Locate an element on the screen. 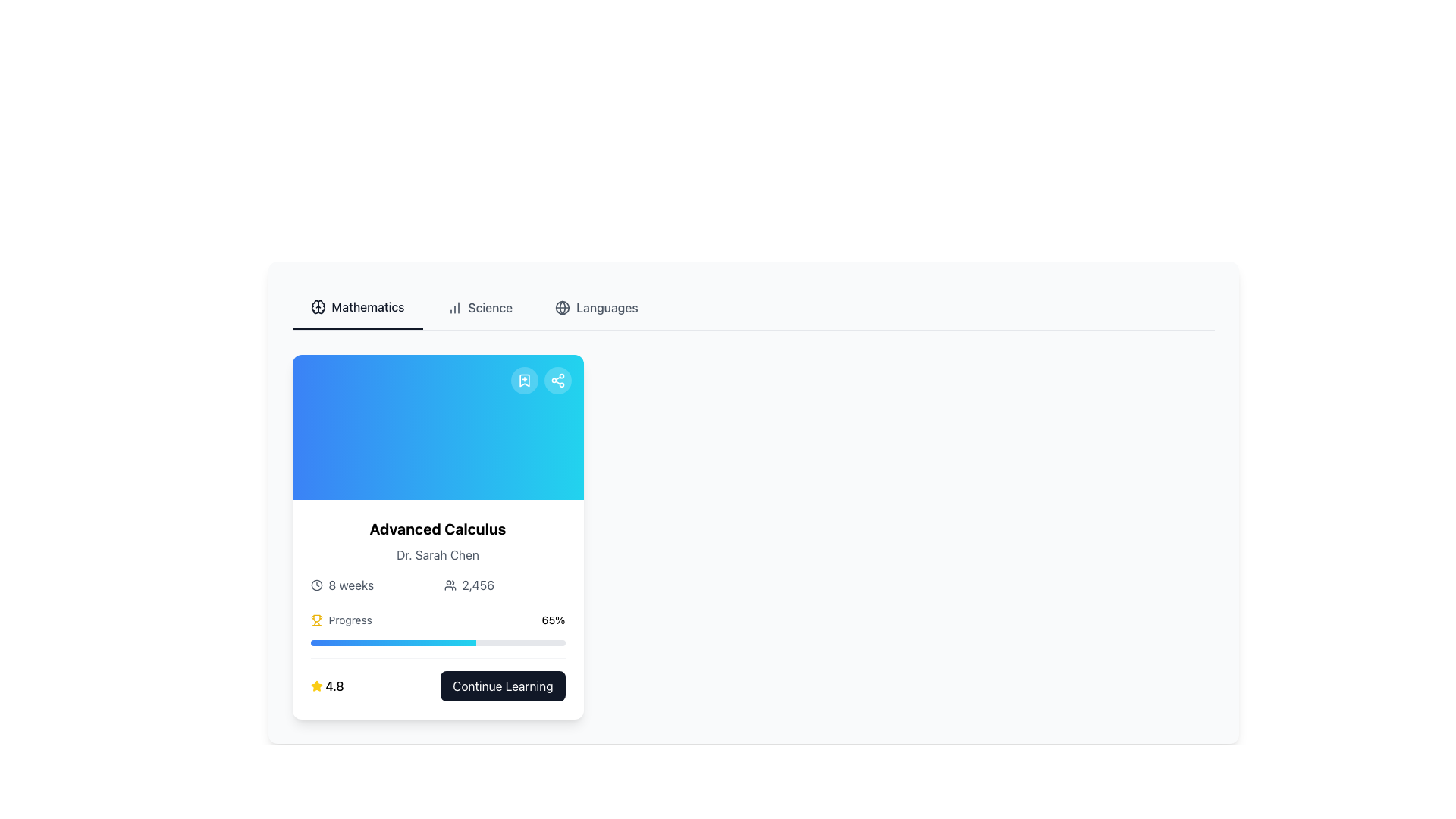 Image resolution: width=1456 pixels, height=819 pixels. displayed percentage text '65%' which is styled in a medium-weight font and positioned at the bottom right of the card interface, adjacent to the progress bar is located at coordinates (552, 620).